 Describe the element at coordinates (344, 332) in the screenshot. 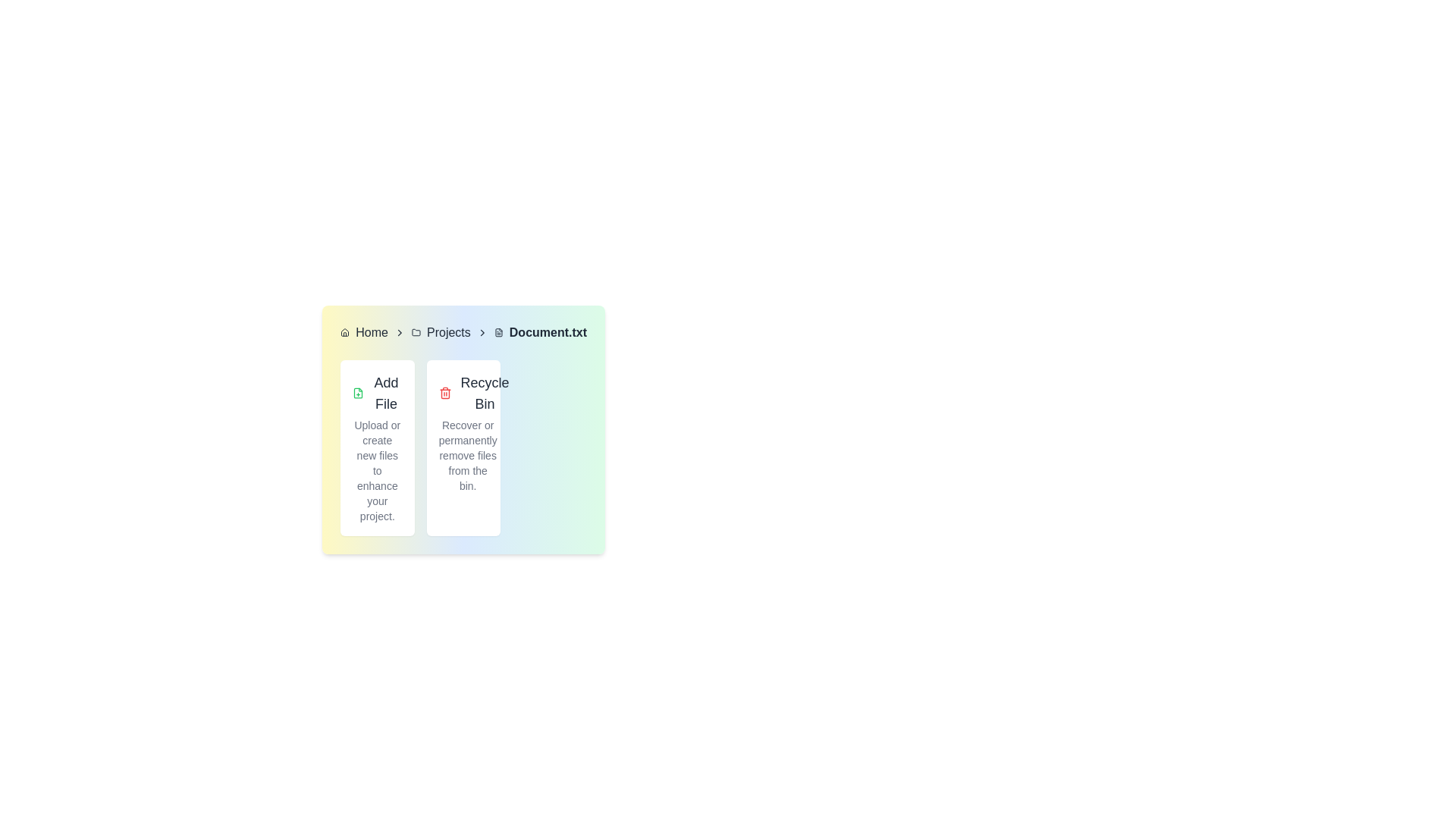

I see `the small house icon representing home in the breadcrumb navigation bar located at the top-left part of the interface` at that location.